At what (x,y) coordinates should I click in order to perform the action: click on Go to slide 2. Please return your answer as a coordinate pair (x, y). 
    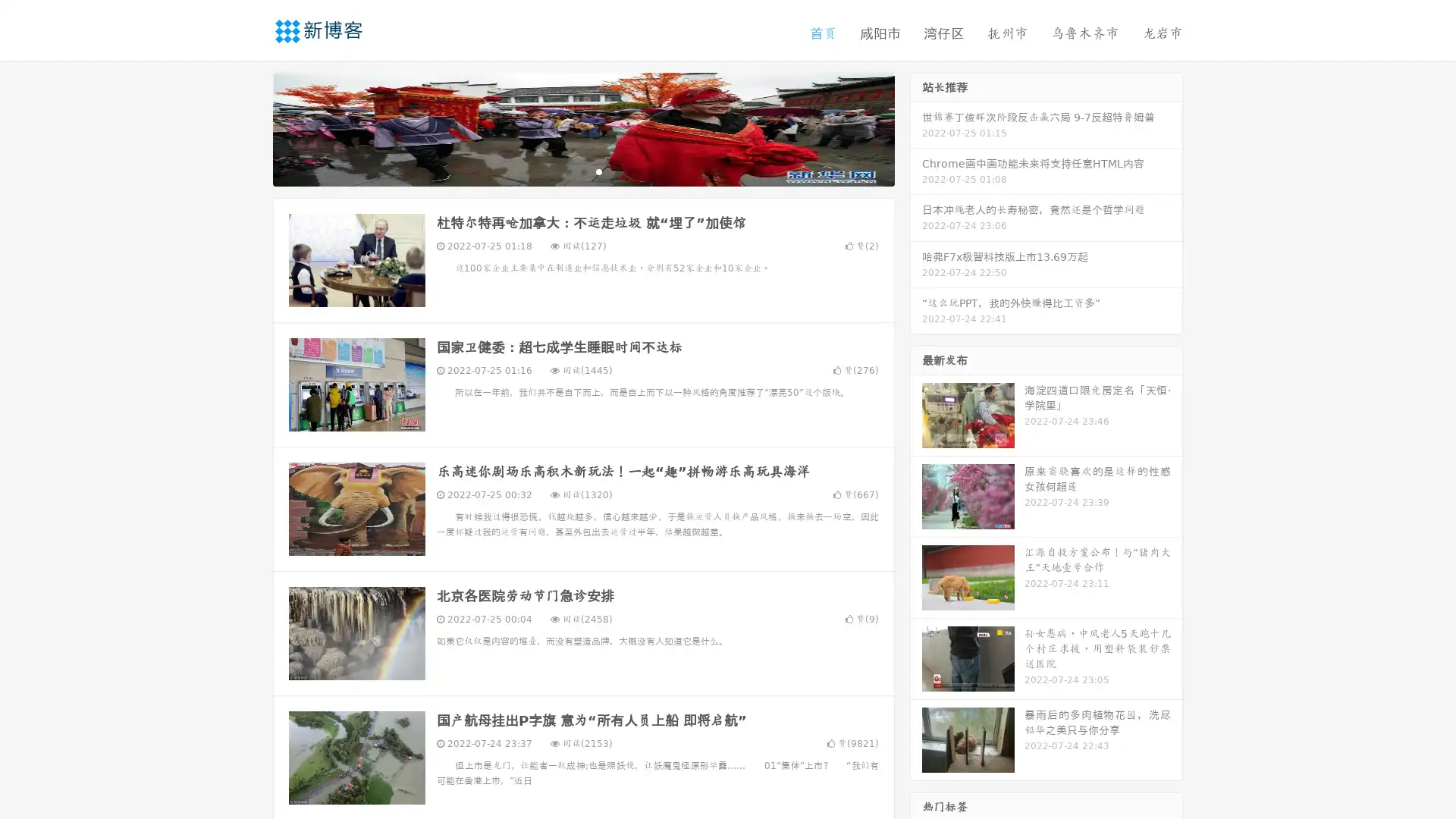
    Looking at the image, I should click on (582, 171).